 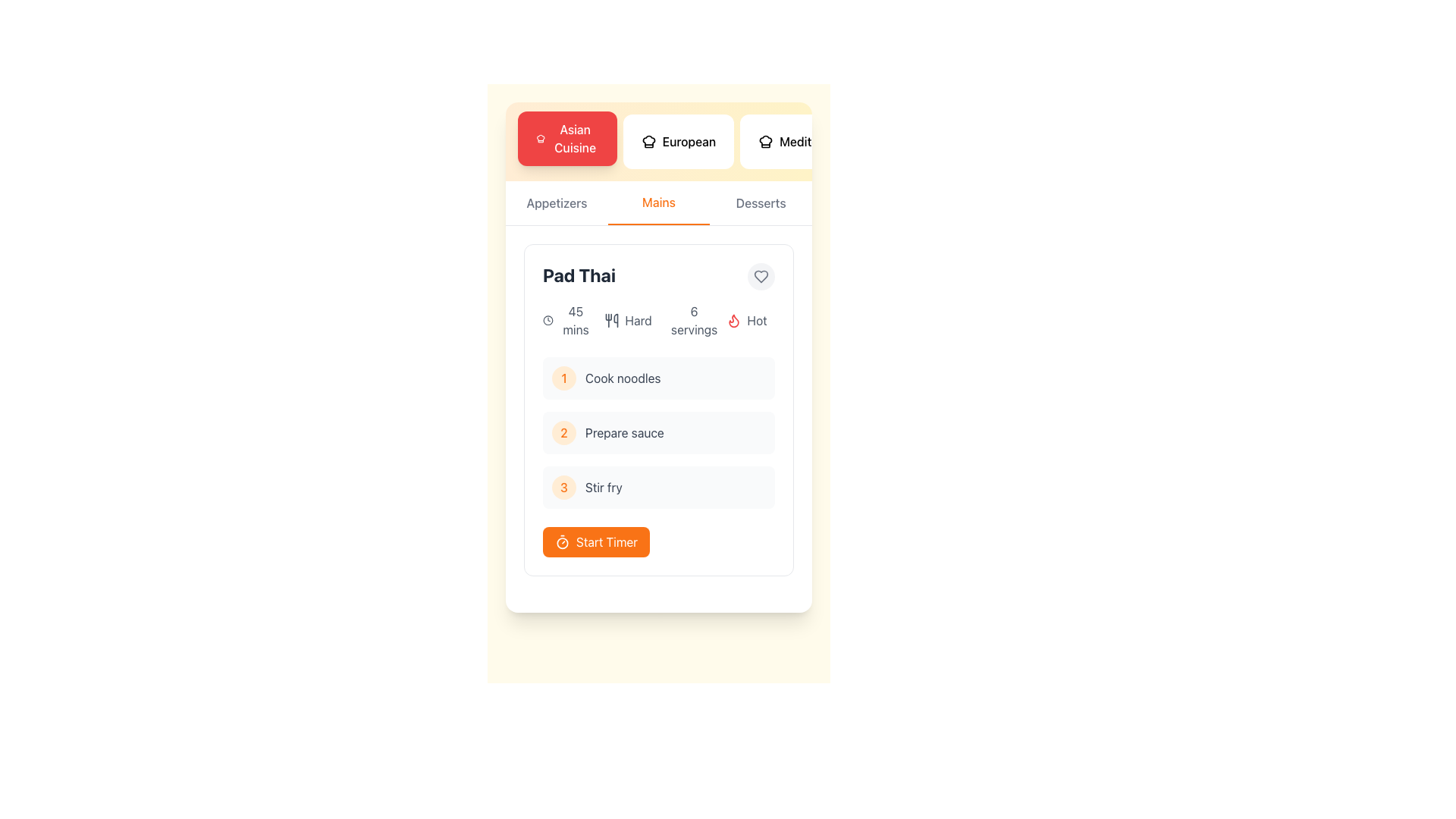 What do you see at coordinates (658, 201) in the screenshot?
I see `text of the active navigation label indicating 'Mains' in the interactive navigation tab` at bounding box center [658, 201].